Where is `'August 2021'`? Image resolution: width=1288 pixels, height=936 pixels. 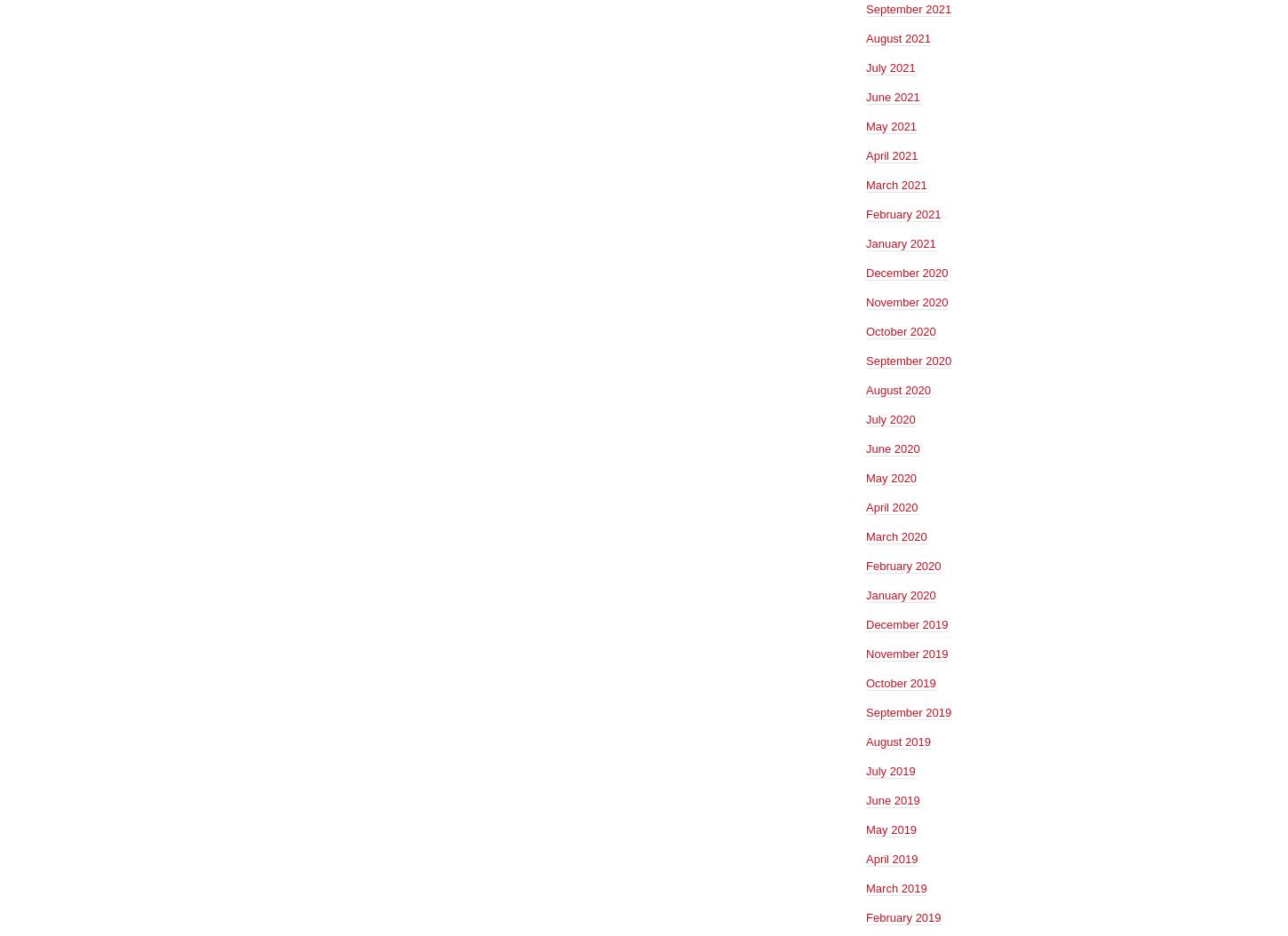 'August 2021' is located at coordinates (898, 37).